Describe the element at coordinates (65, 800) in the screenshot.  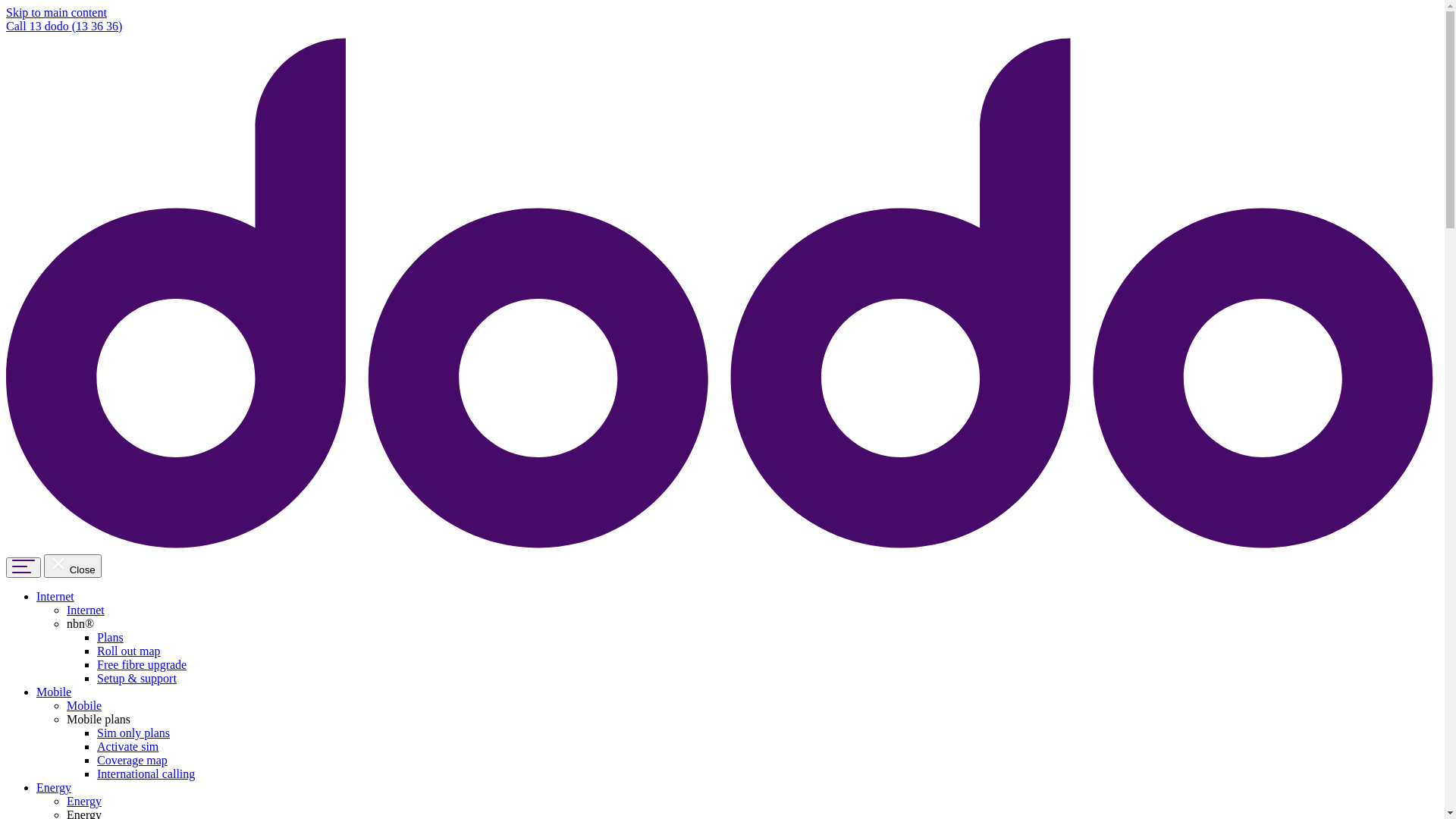
I see `'Energy'` at that location.